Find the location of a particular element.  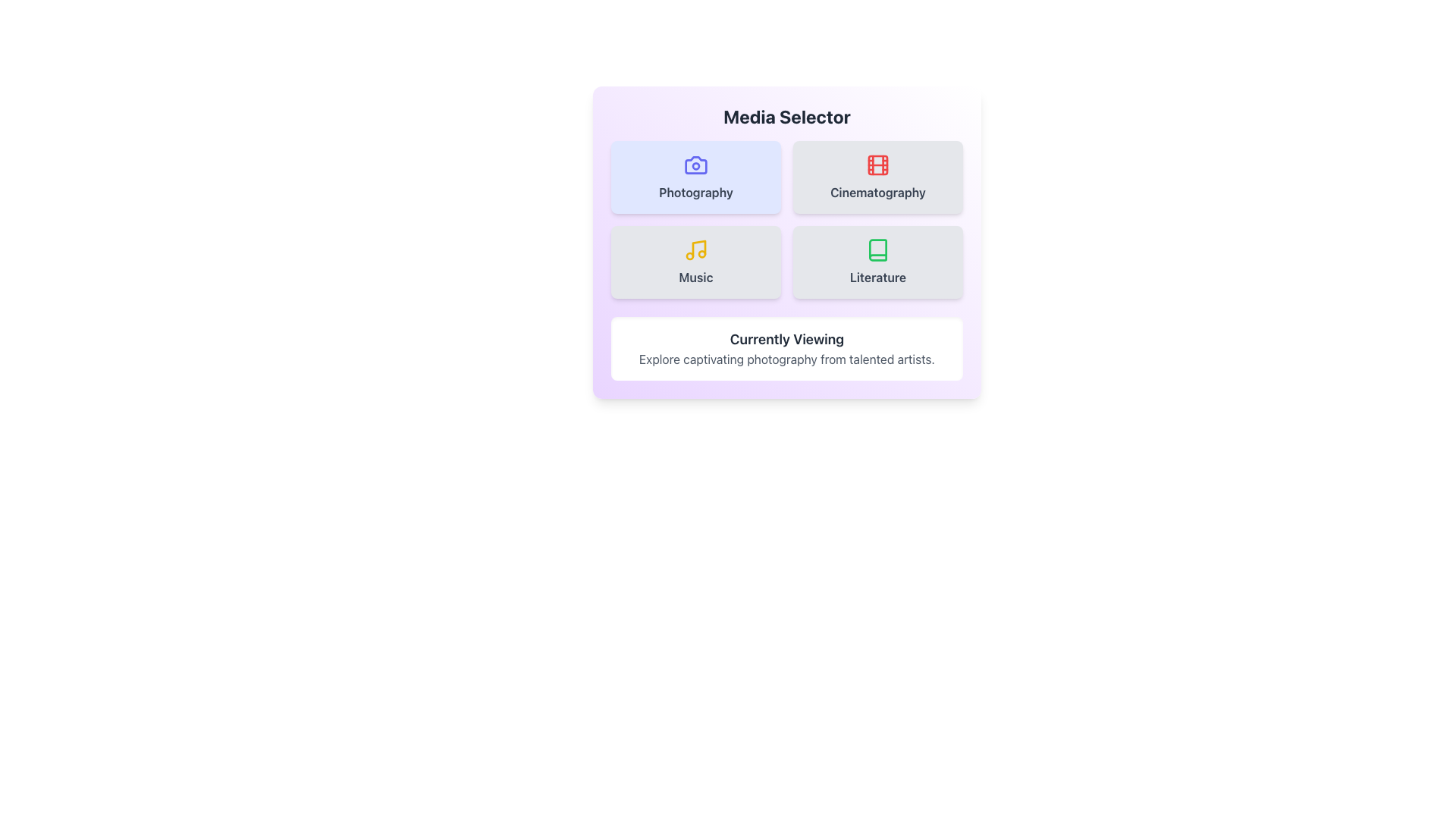

the 'Music' category icon located at the center of the 'Music' button in the lower-left section of the Media Selector interface is located at coordinates (698, 247).